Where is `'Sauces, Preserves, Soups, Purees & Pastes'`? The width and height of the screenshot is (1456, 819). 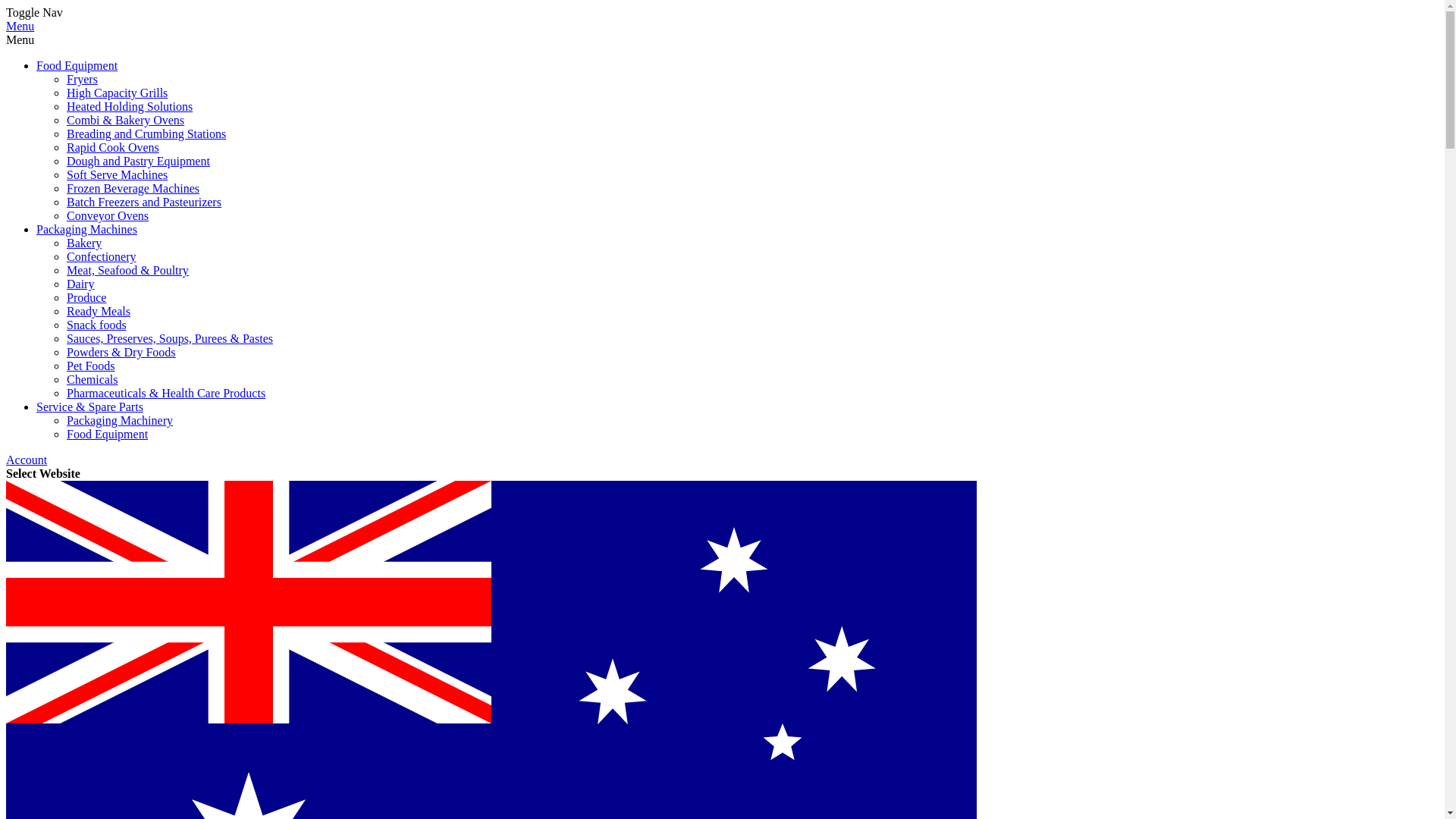 'Sauces, Preserves, Soups, Purees & Pastes' is located at coordinates (170, 337).